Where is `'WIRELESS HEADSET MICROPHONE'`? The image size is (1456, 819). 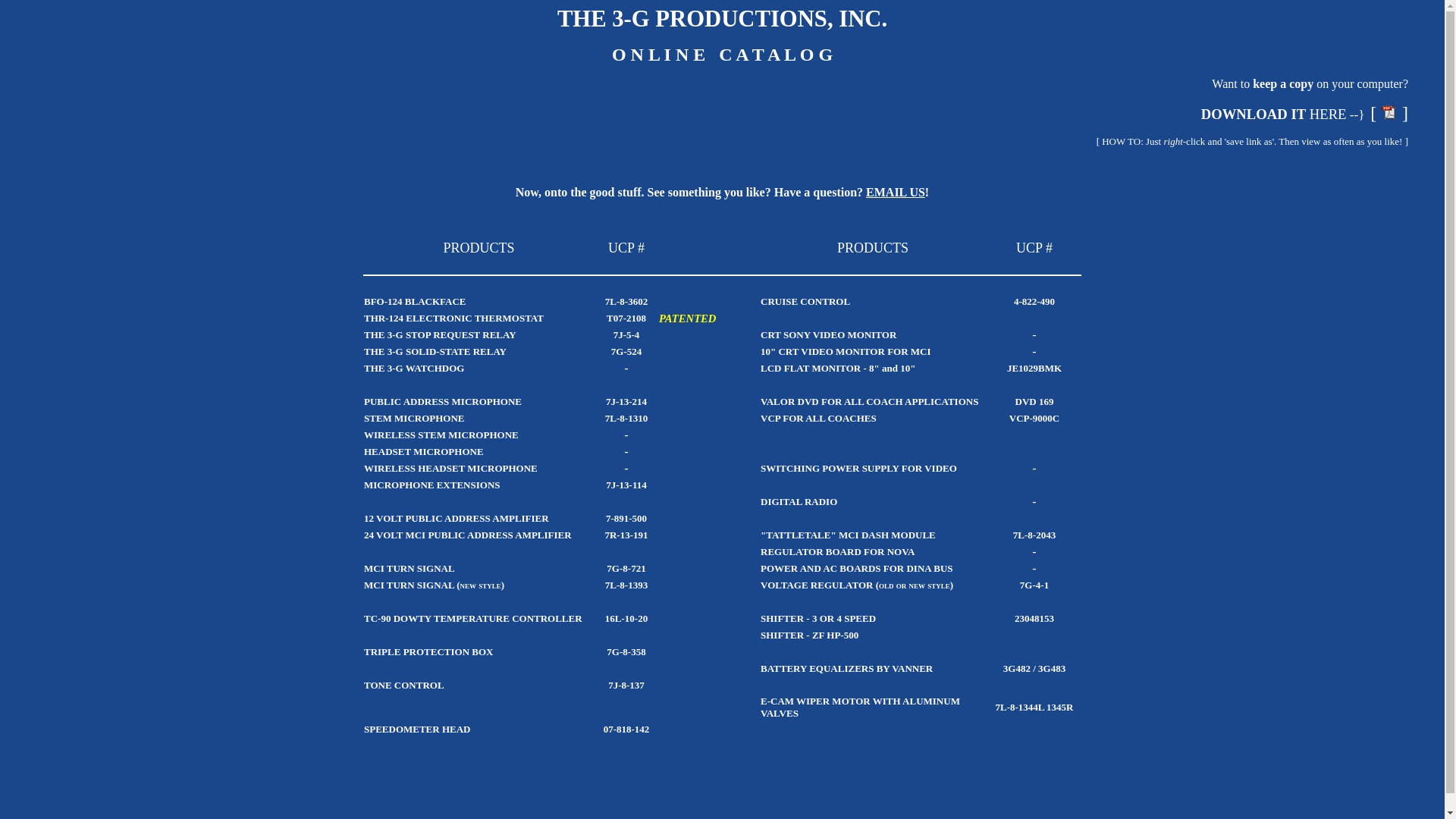
'WIRELESS HEADSET MICROPHONE' is located at coordinates (450, 467).